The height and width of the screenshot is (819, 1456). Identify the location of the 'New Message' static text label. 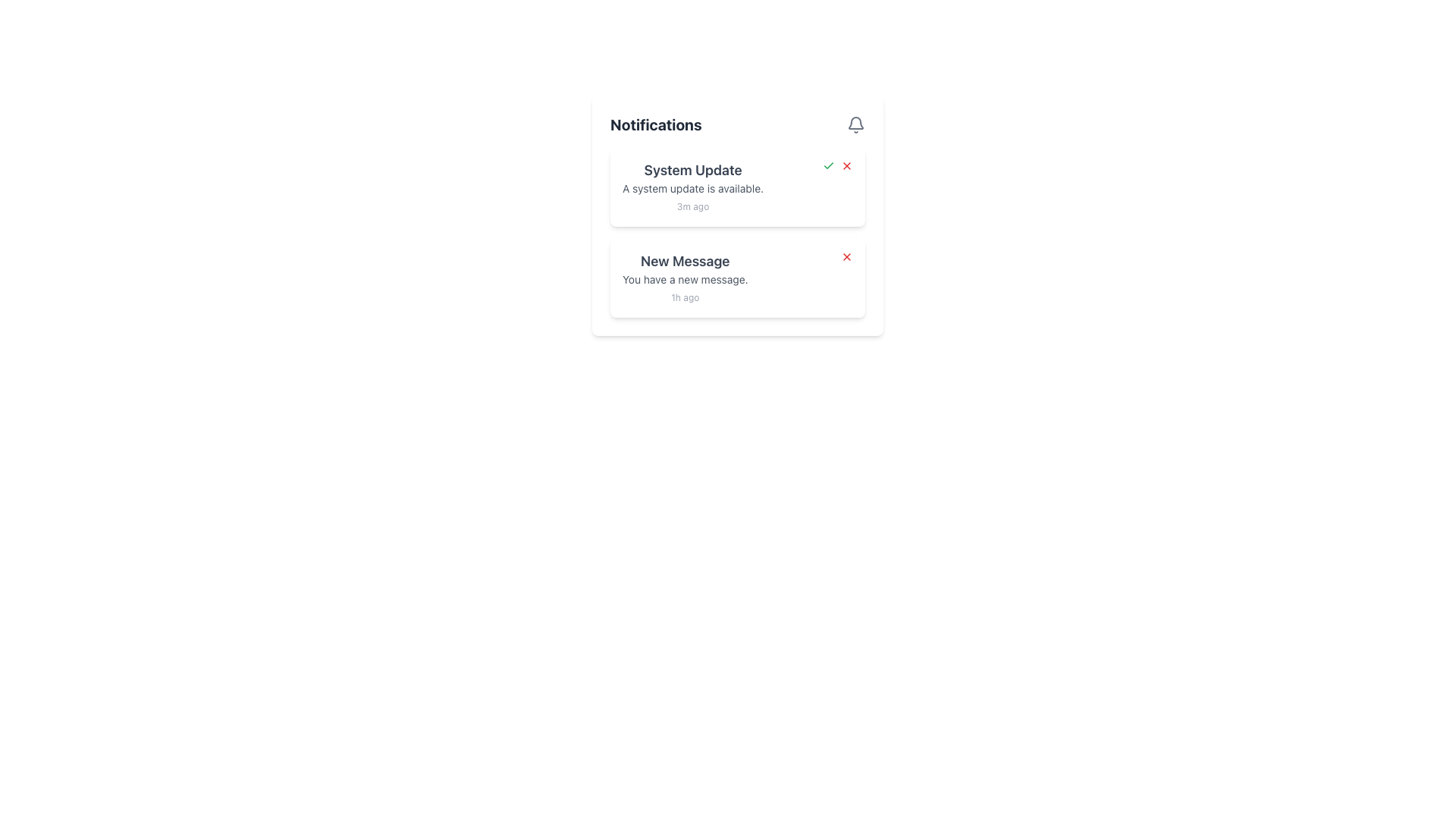
(684, 260).